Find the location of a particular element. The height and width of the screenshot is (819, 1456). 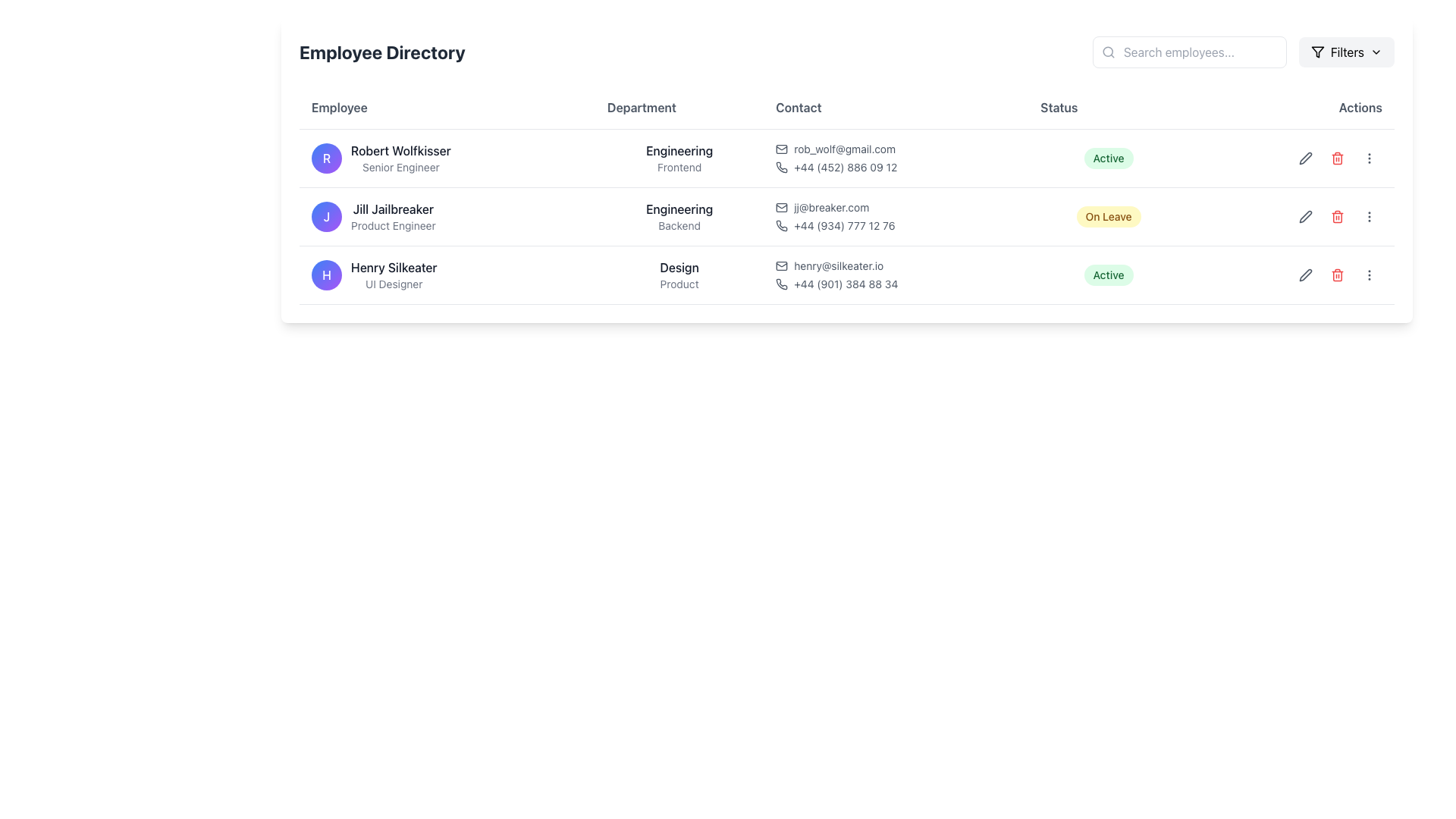

the gray rounded magnifying glass search icon located inside the search bar at the top-right corner of the content card, aligned vertically centered within the bar is located at coordinates (1108, 52).